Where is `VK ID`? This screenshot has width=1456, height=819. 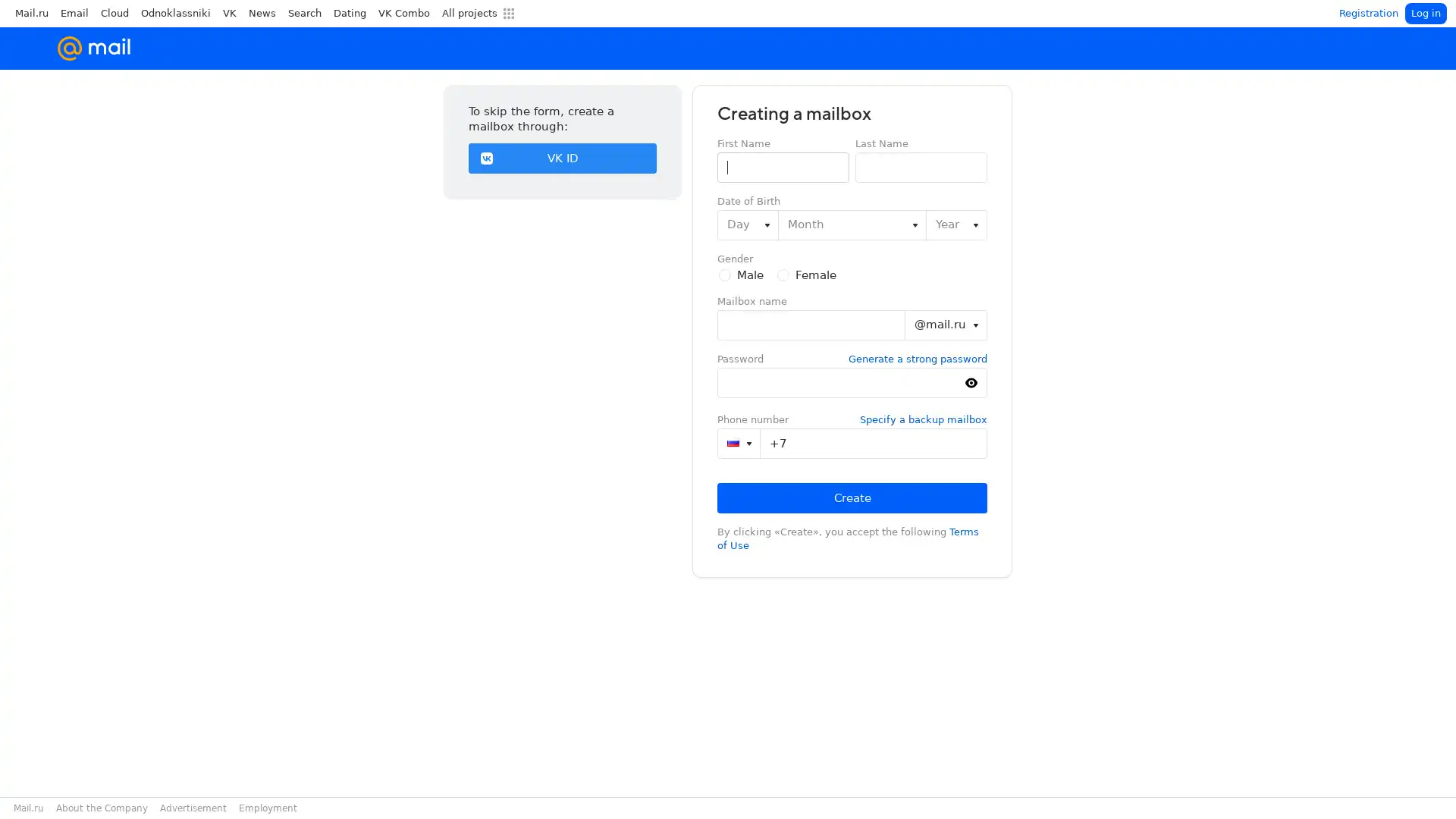 VK ID is located at coordinates (562, 158).